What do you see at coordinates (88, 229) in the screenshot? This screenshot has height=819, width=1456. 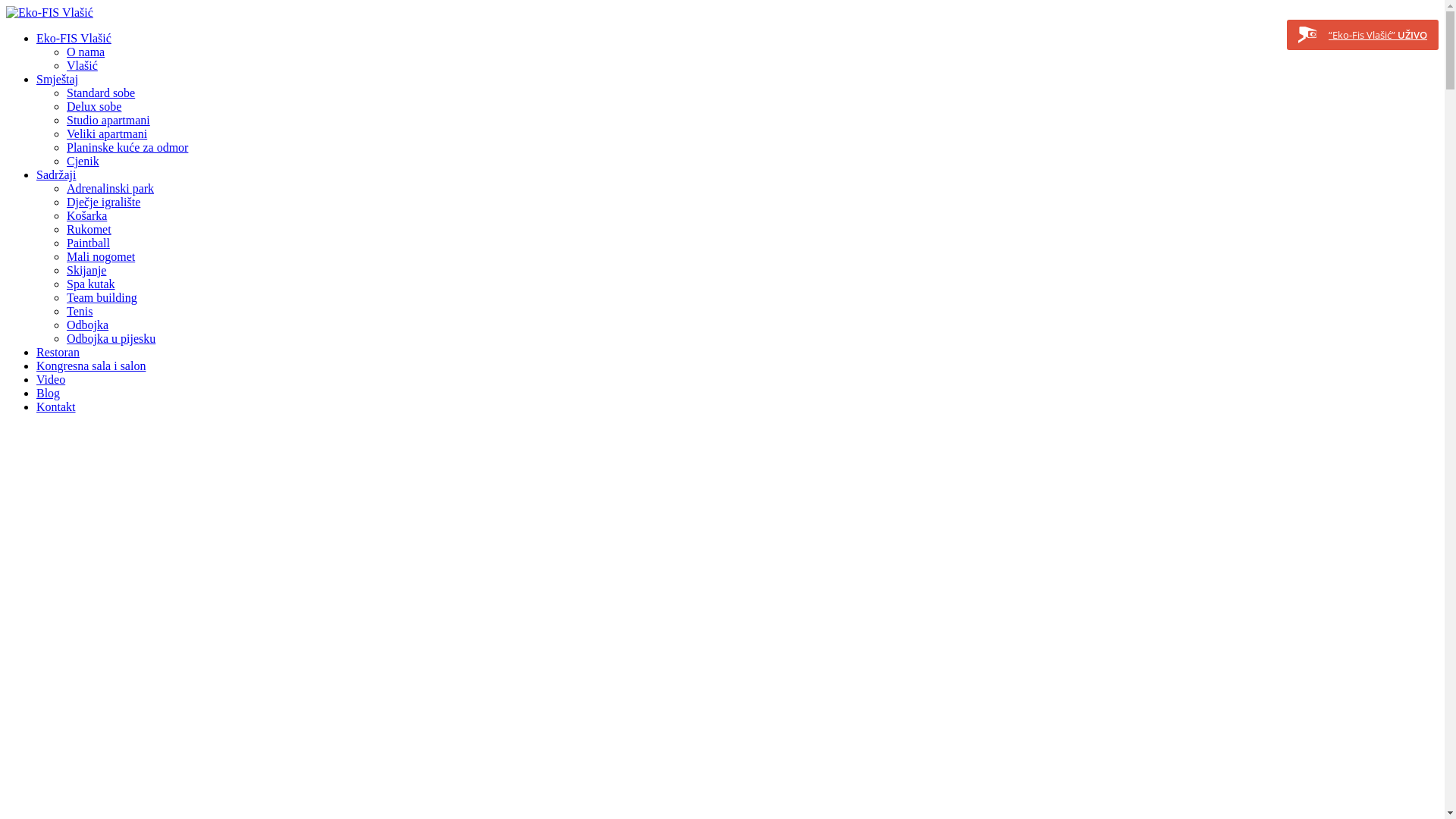 I see `'Rukomet'` at bounding box center [88, 229].